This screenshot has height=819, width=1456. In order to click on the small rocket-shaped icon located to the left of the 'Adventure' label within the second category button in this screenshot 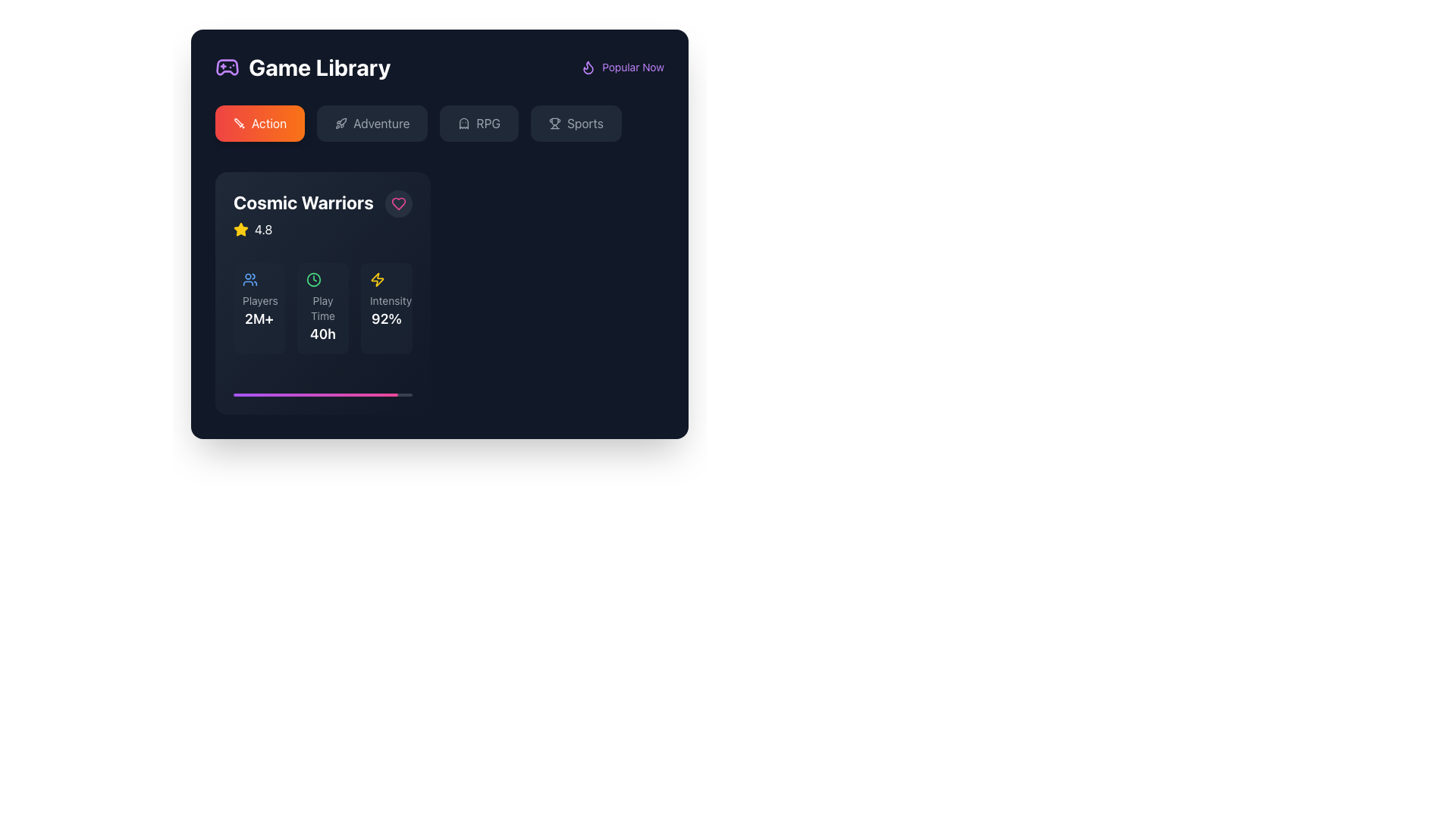, I will do `click(340, 122)`.